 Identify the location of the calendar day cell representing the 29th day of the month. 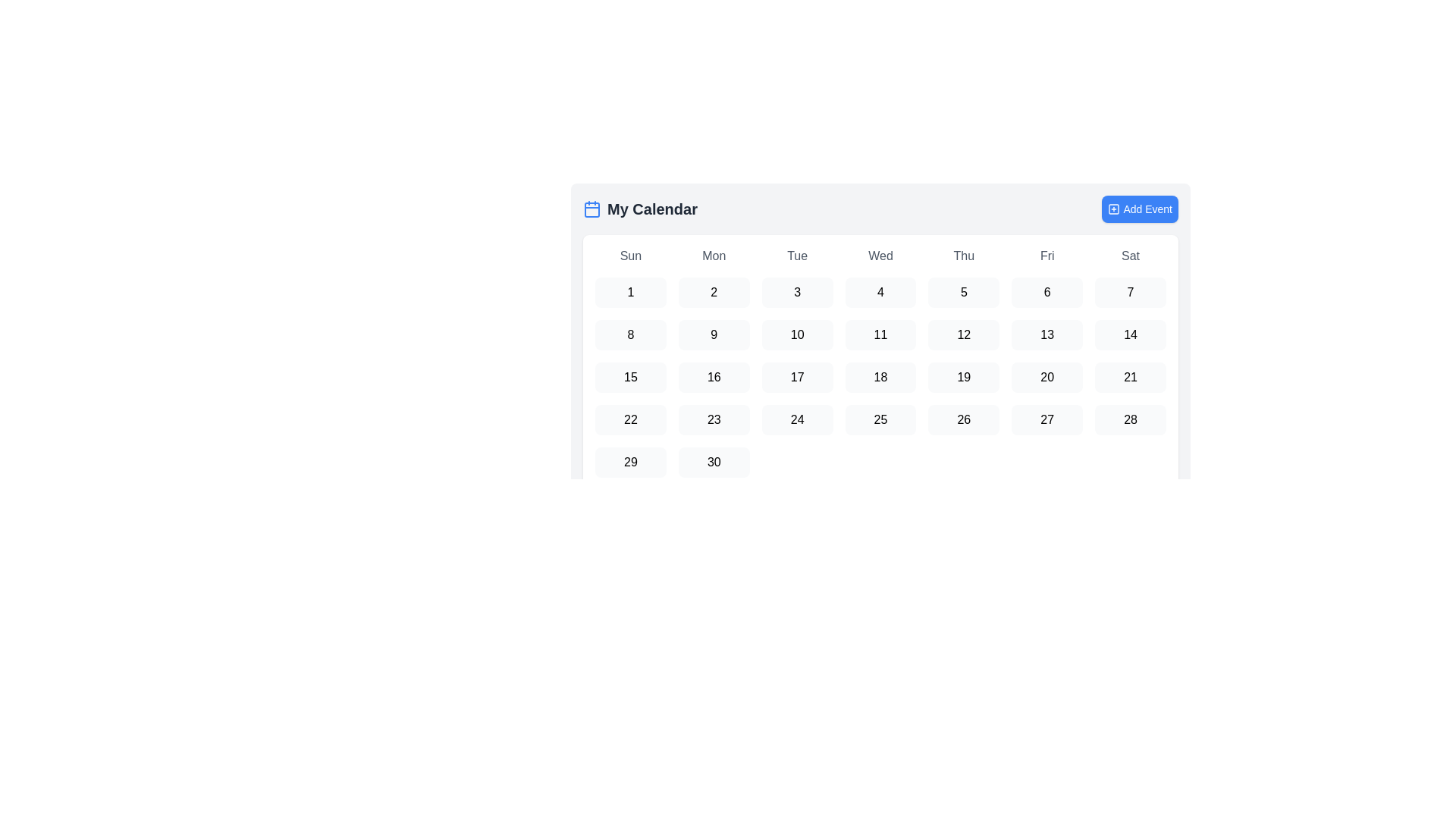
(630, 461).